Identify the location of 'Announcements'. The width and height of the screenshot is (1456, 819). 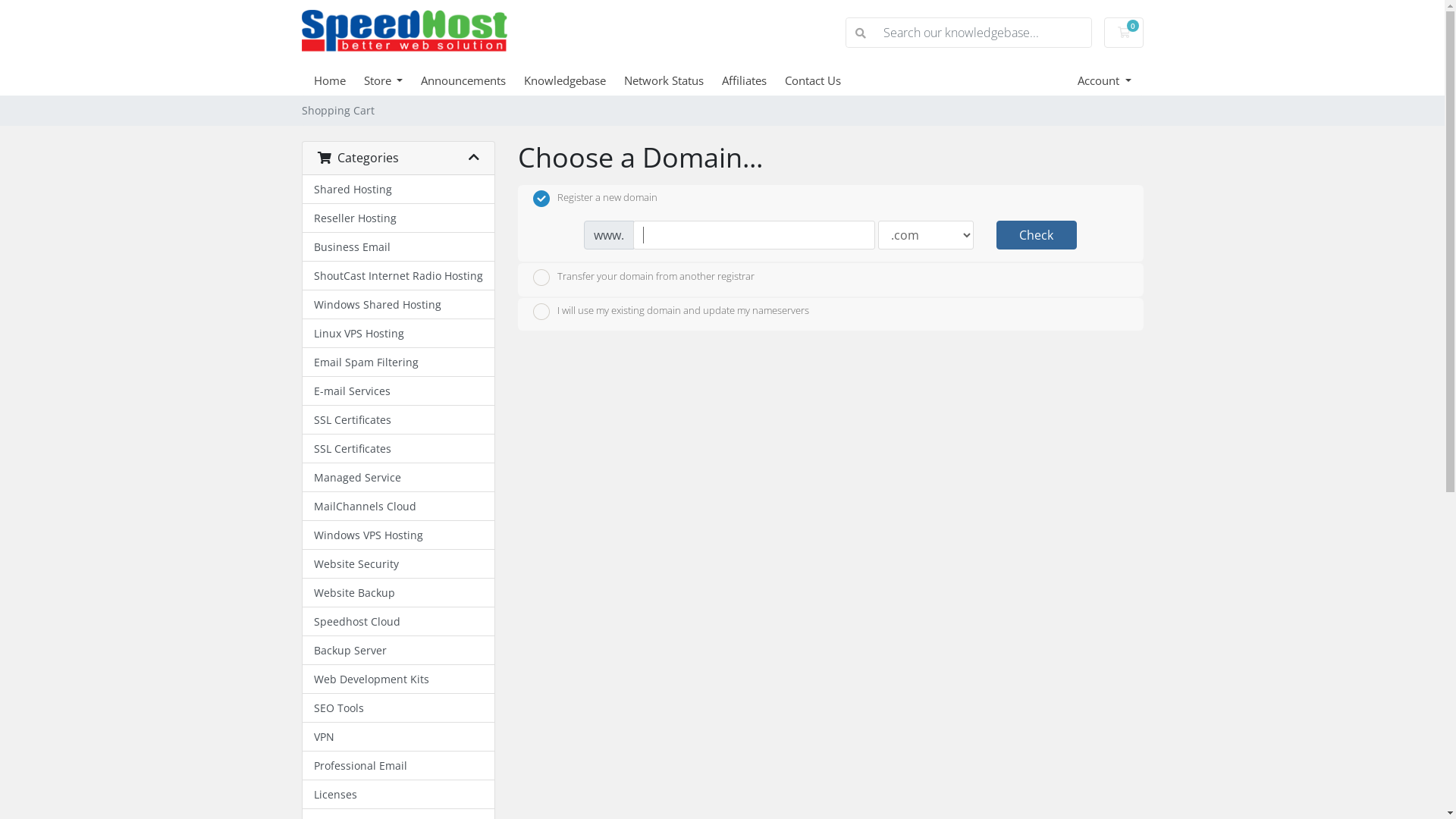
(472, 80).